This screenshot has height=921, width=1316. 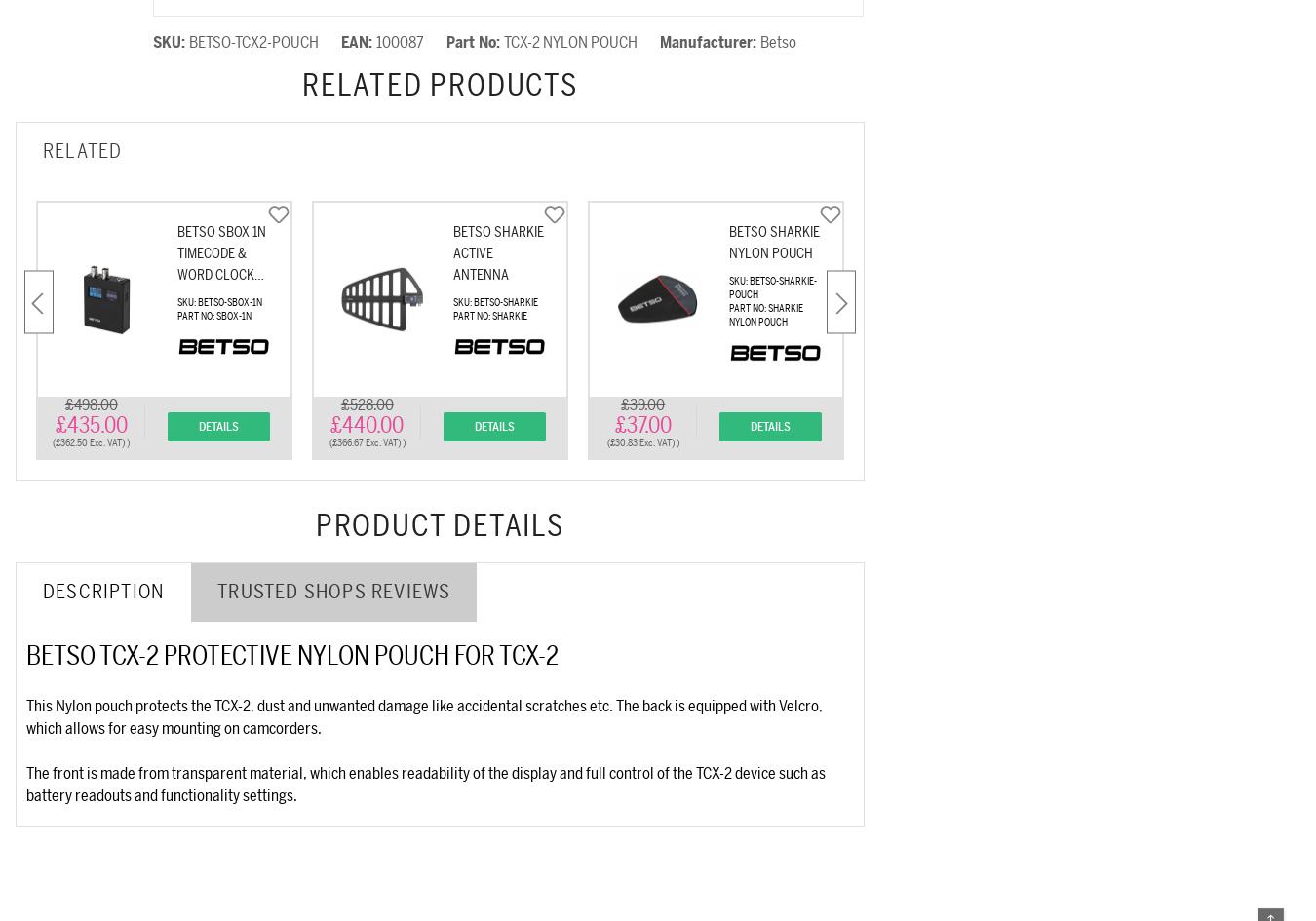 I want to click on 'Description', so click(x=101, y=591).